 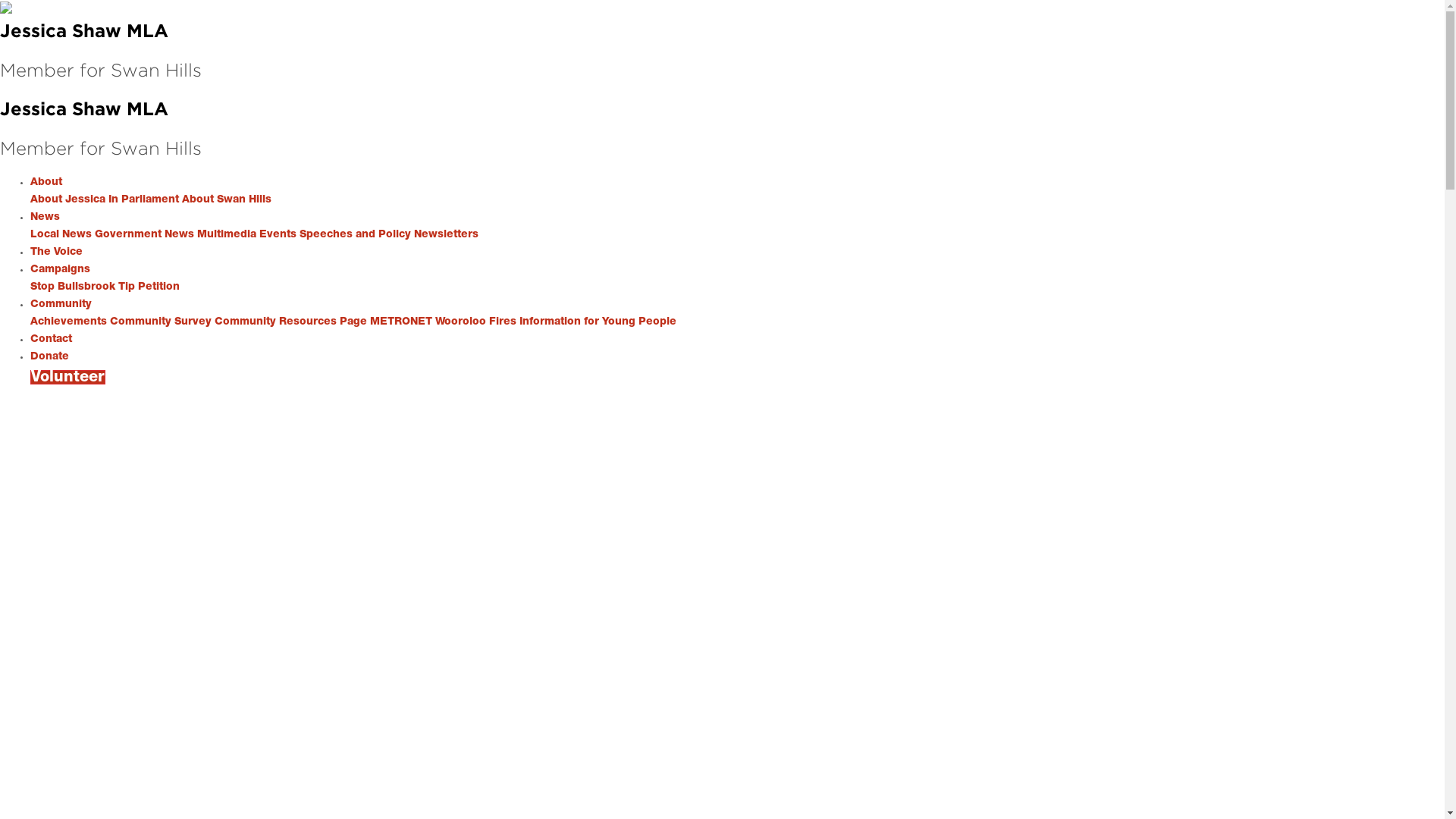 What do you see at coordinates (278, 234) in the screenshot?
I see `'Events'` at bounding box center [278, 234].